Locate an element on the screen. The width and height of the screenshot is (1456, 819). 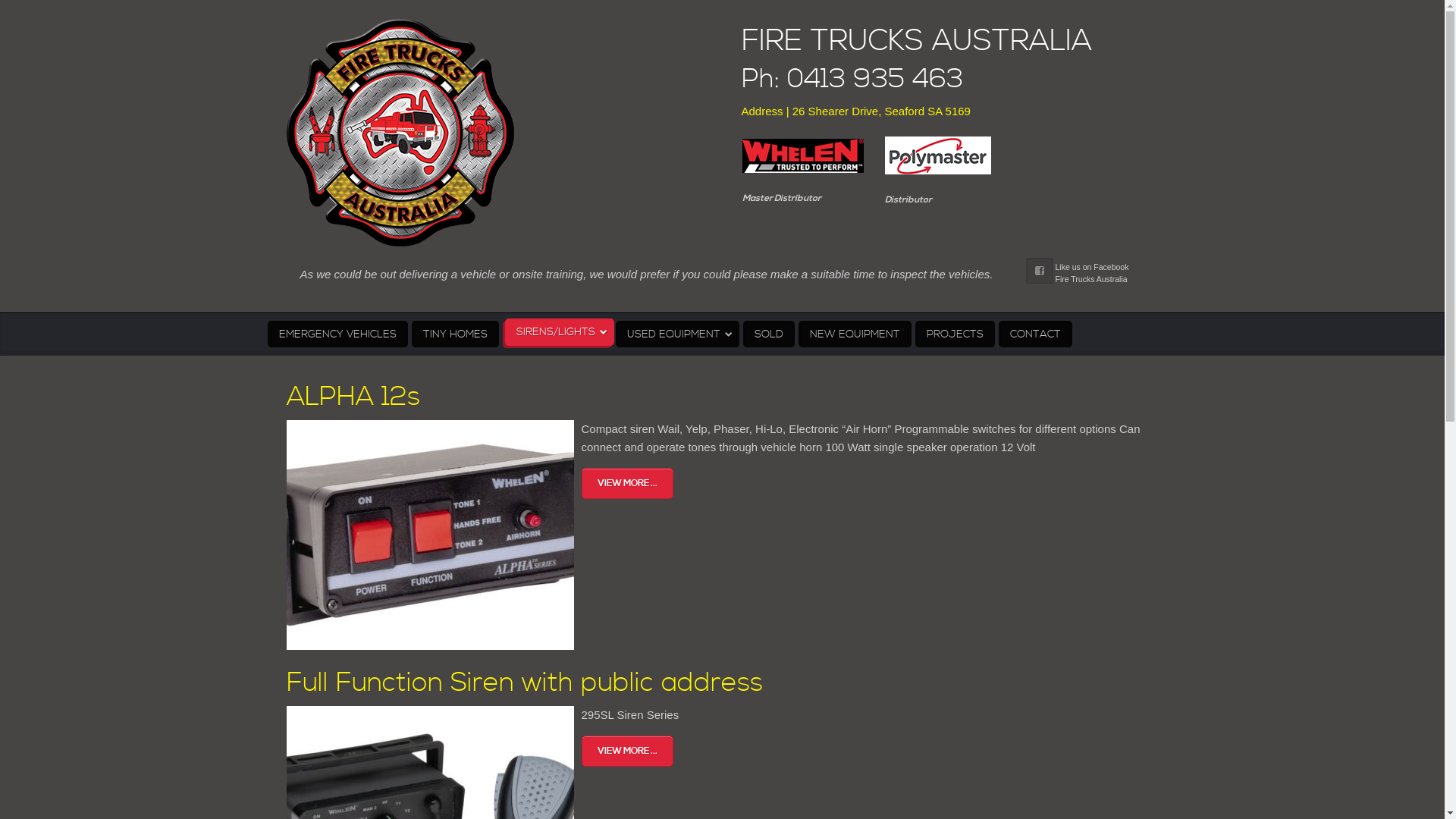
'TINY HOMES' is located at coordinates (453, 332).